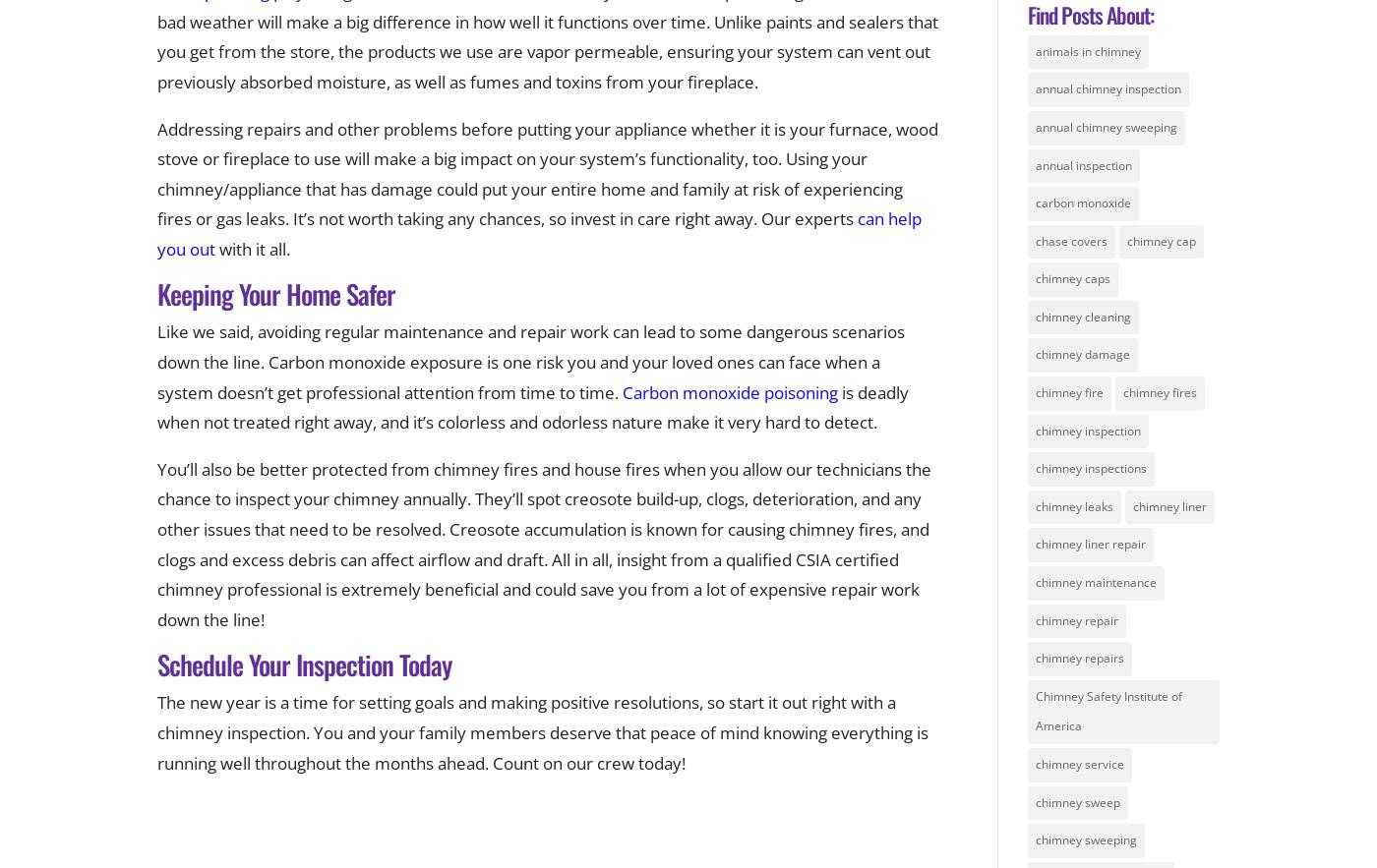  What do you see at coordinates (1161, 239) in the screenshot?
I see `'chimney cap'` at bounding box center [1161, 239].